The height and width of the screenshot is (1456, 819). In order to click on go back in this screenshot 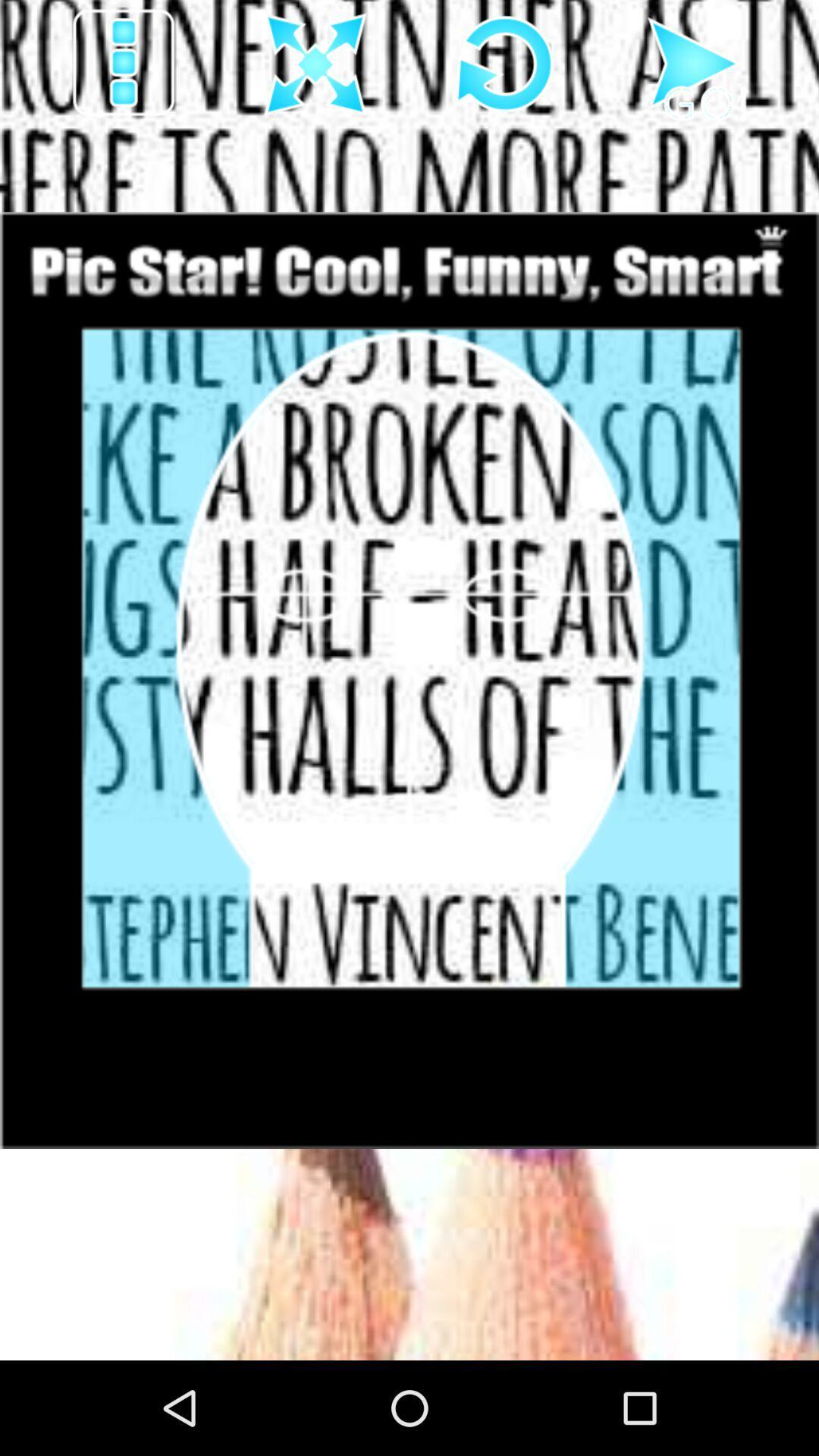, I will do `click(505, 64)`.